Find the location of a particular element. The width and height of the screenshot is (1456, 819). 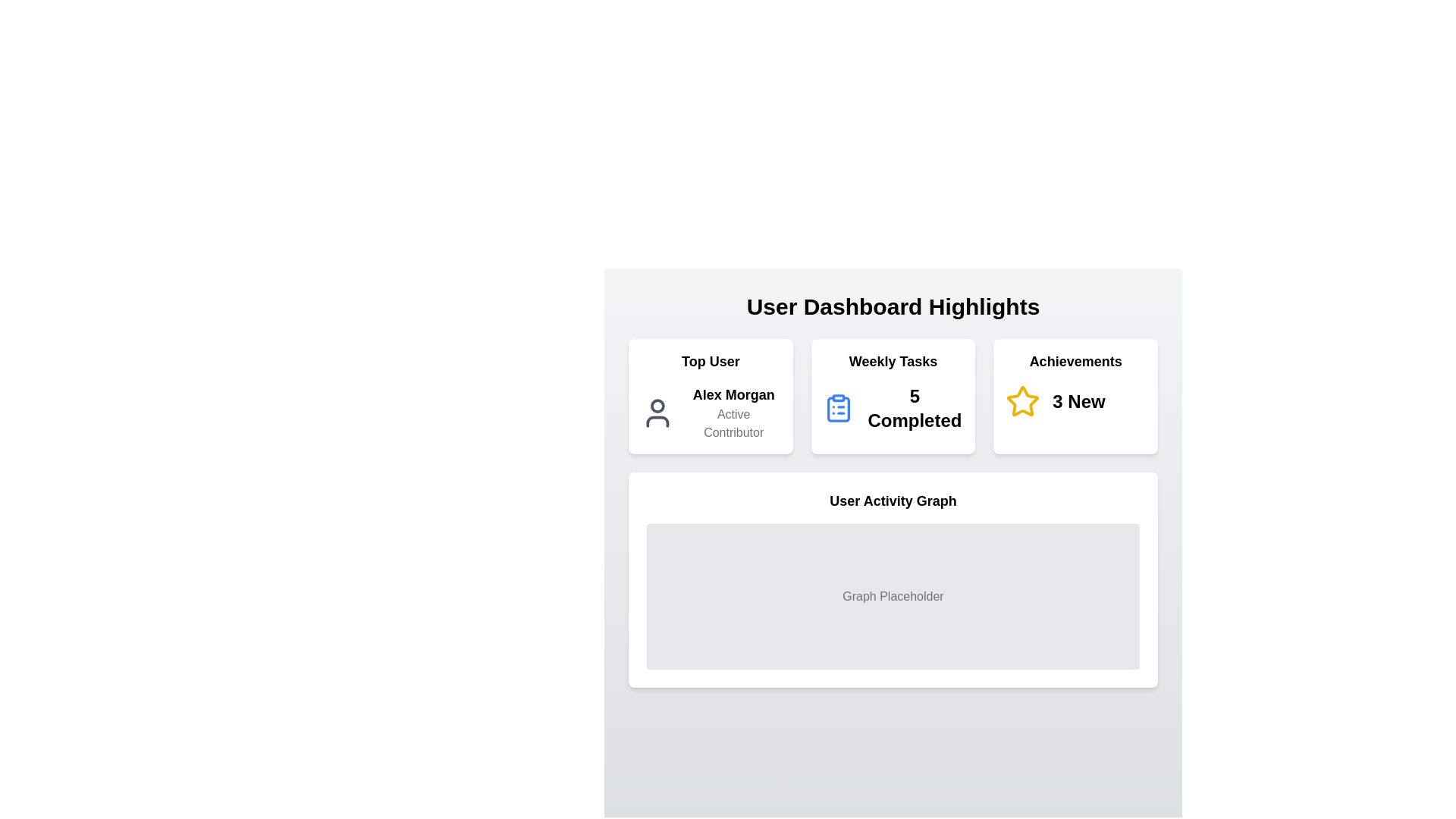

displayed user information from the profile card located in the 'Top User' section, positioned towards the top-left quadrant of the application interface is located at coordinates (710, 413).